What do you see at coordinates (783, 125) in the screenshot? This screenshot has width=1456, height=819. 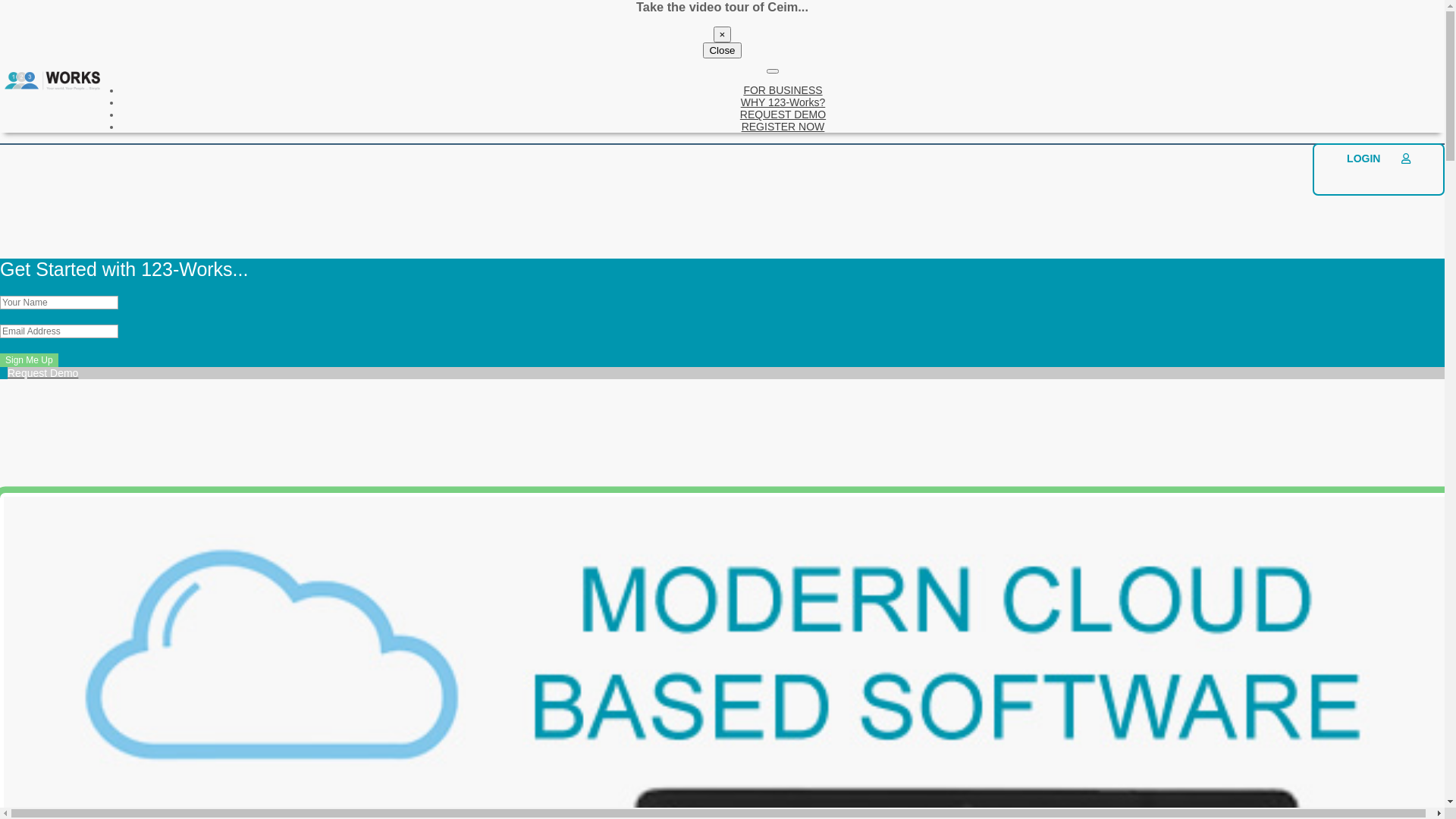 I see `'REGISTER NOW'` at bounding box center [783, 125].